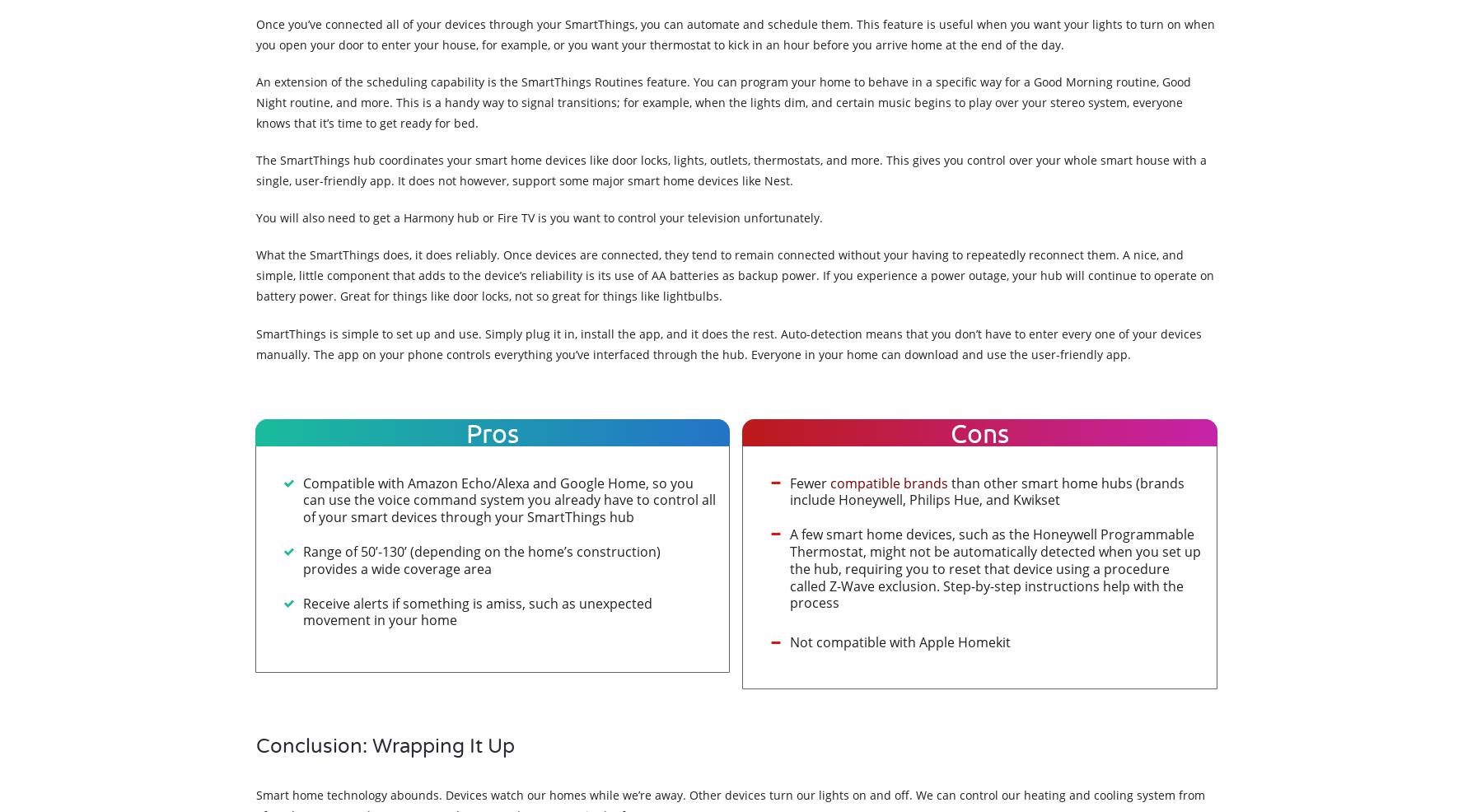 The height and width of the screenshot is (812, 1472). I want to click on 'Compatible with Amazon Echo/Alexa and Google Home, so you can use the voice command system you already have to control all of your smart devices through your SmartThings hub', so click(507, 499).